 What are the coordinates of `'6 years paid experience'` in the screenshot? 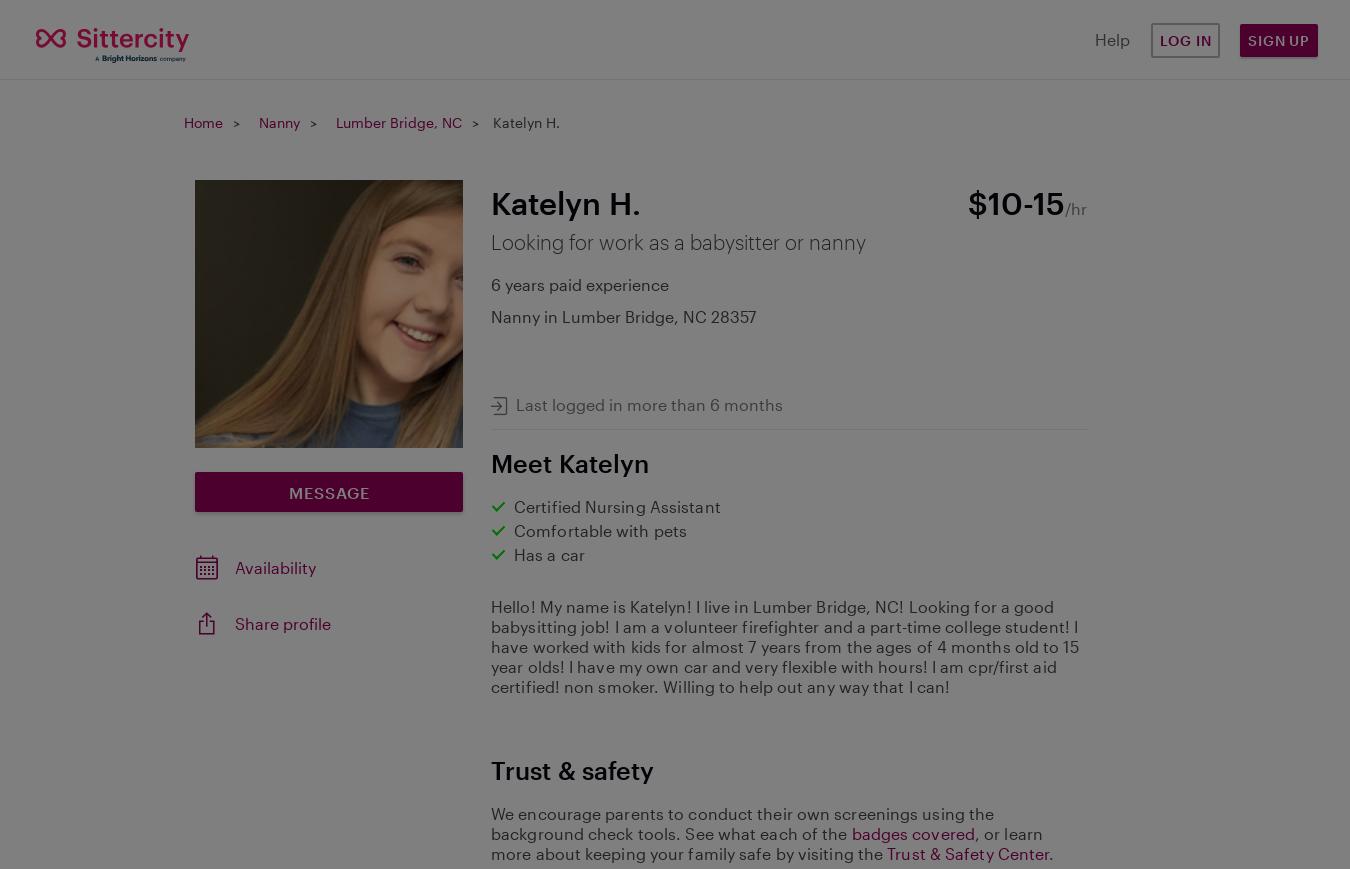 It's located at (579, 282).